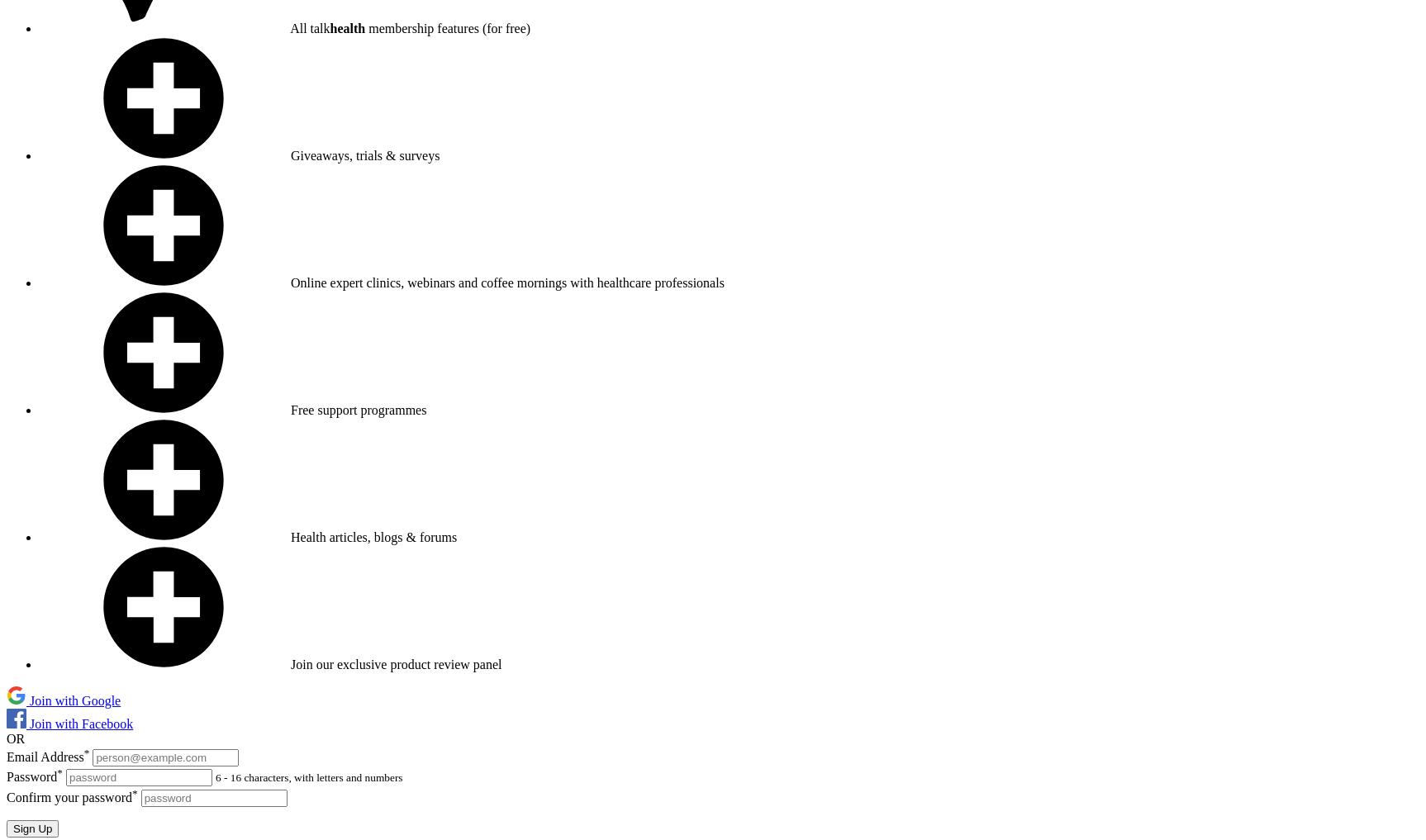 Image resolution: width=1426 pixels, height=840 pixels. I want to click on 'OR', so click(15, 738).